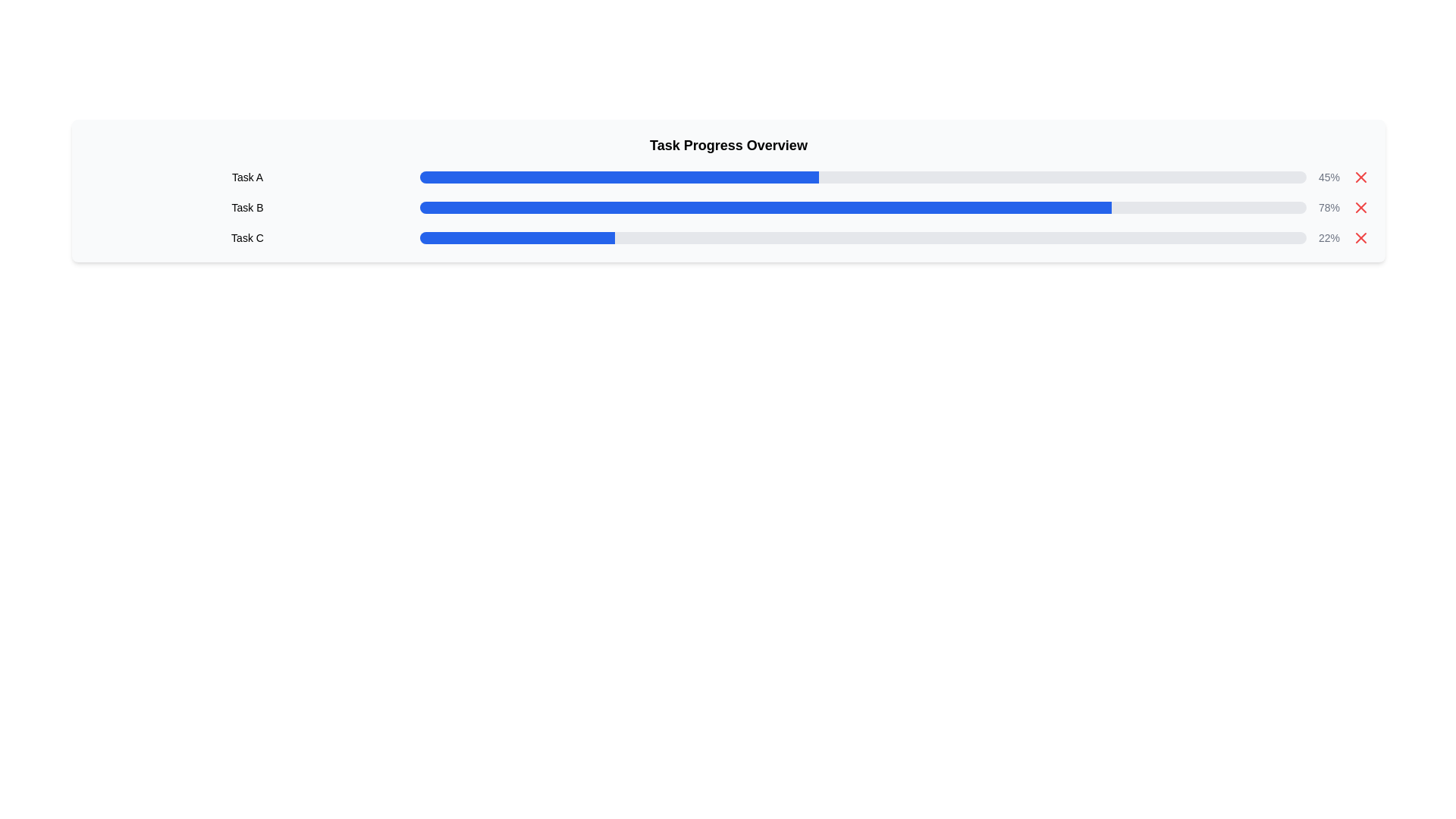 The width and height of the screenshot is (1456, 819). I want to click on the delete or cancel icon located to the far right of the second progress bar, next to the percentage value '78%' and aligned with the task label 'Task B', so click(1361, 207).